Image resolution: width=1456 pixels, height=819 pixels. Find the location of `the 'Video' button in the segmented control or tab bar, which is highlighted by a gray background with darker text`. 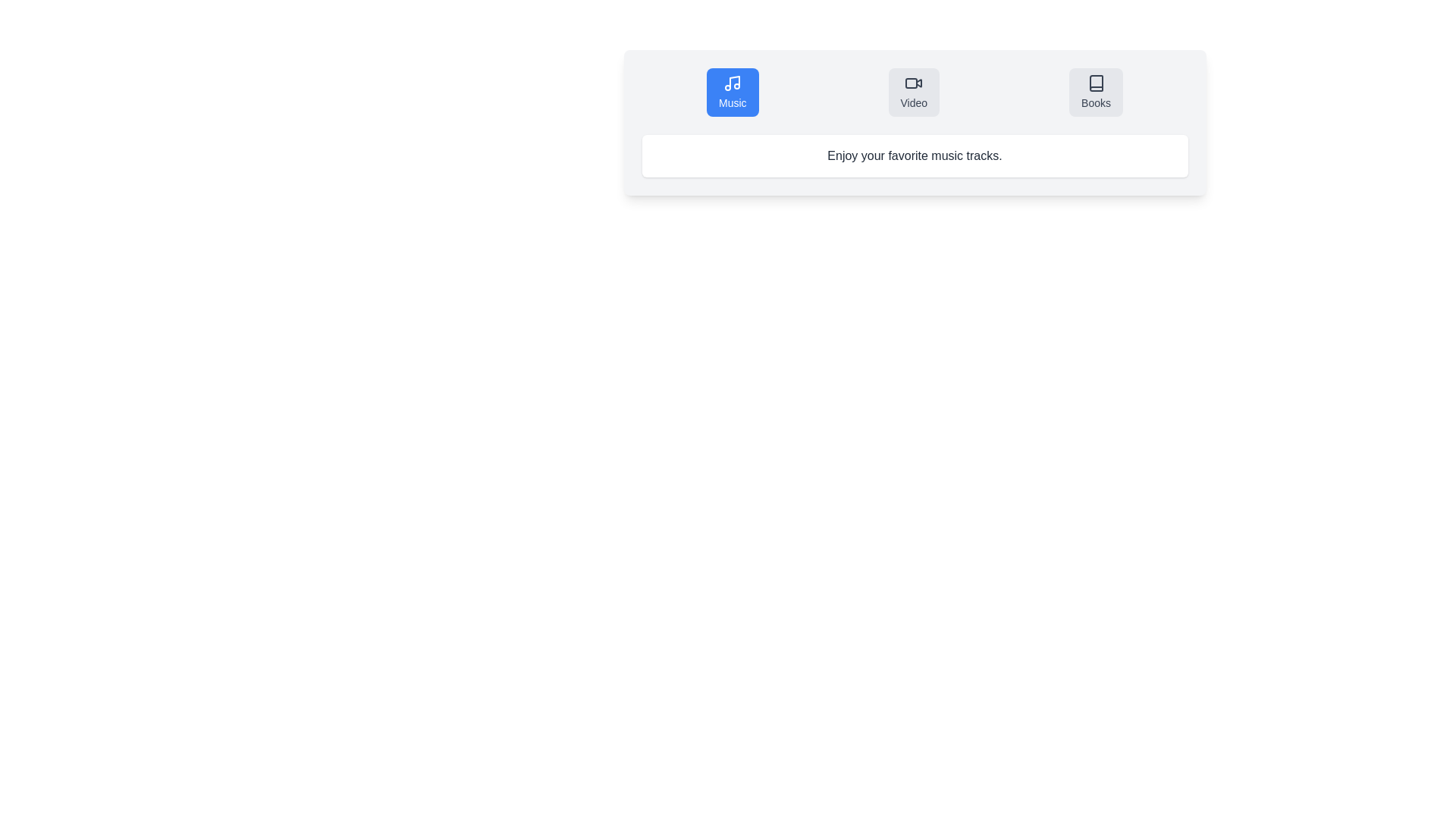

the 'Video' button in the segmented control or tab bar, which is highlighted by a gray background with darker text is located at coordinates (914, 93).